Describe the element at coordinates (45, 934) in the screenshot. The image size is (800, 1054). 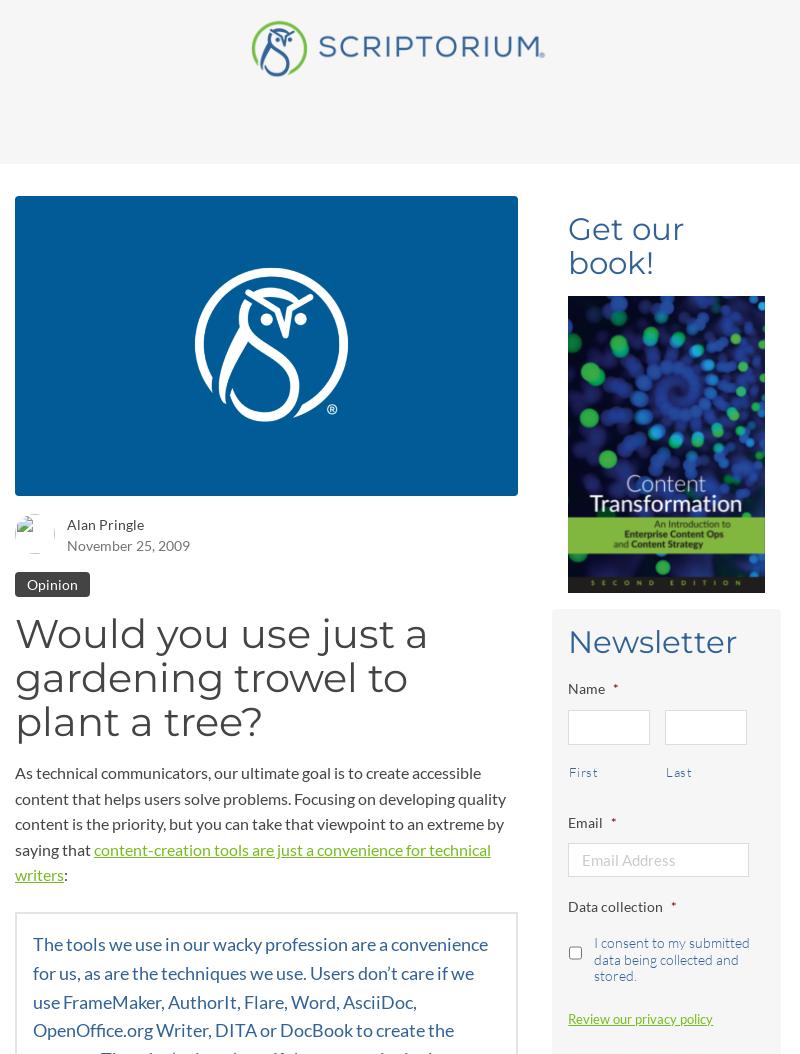
I see `'Comment'` at that location.